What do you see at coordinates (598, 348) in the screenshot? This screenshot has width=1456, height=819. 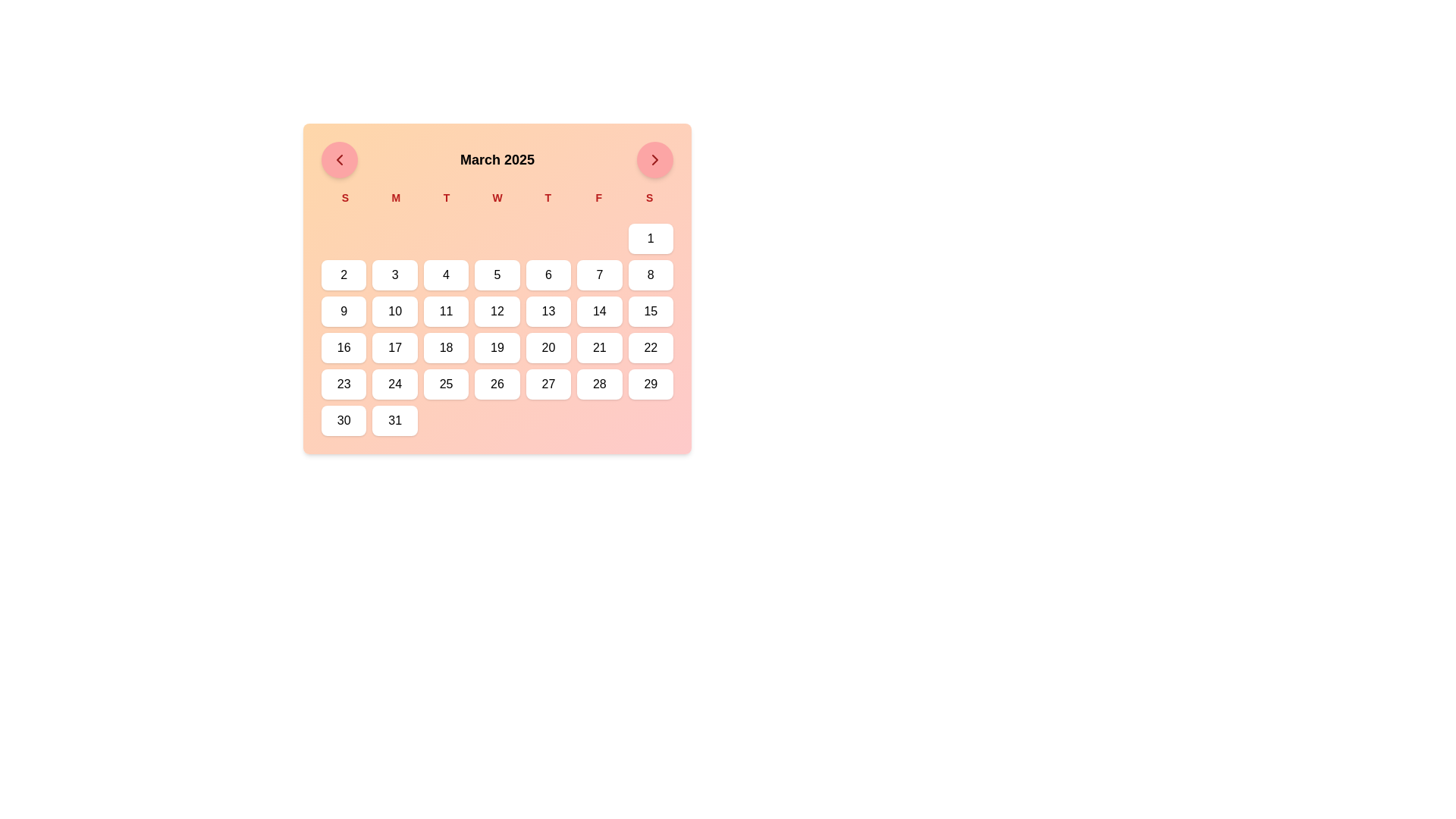 I see `the button representing the 21st day of the month in the calendar component` at bounding box center [598, 348].